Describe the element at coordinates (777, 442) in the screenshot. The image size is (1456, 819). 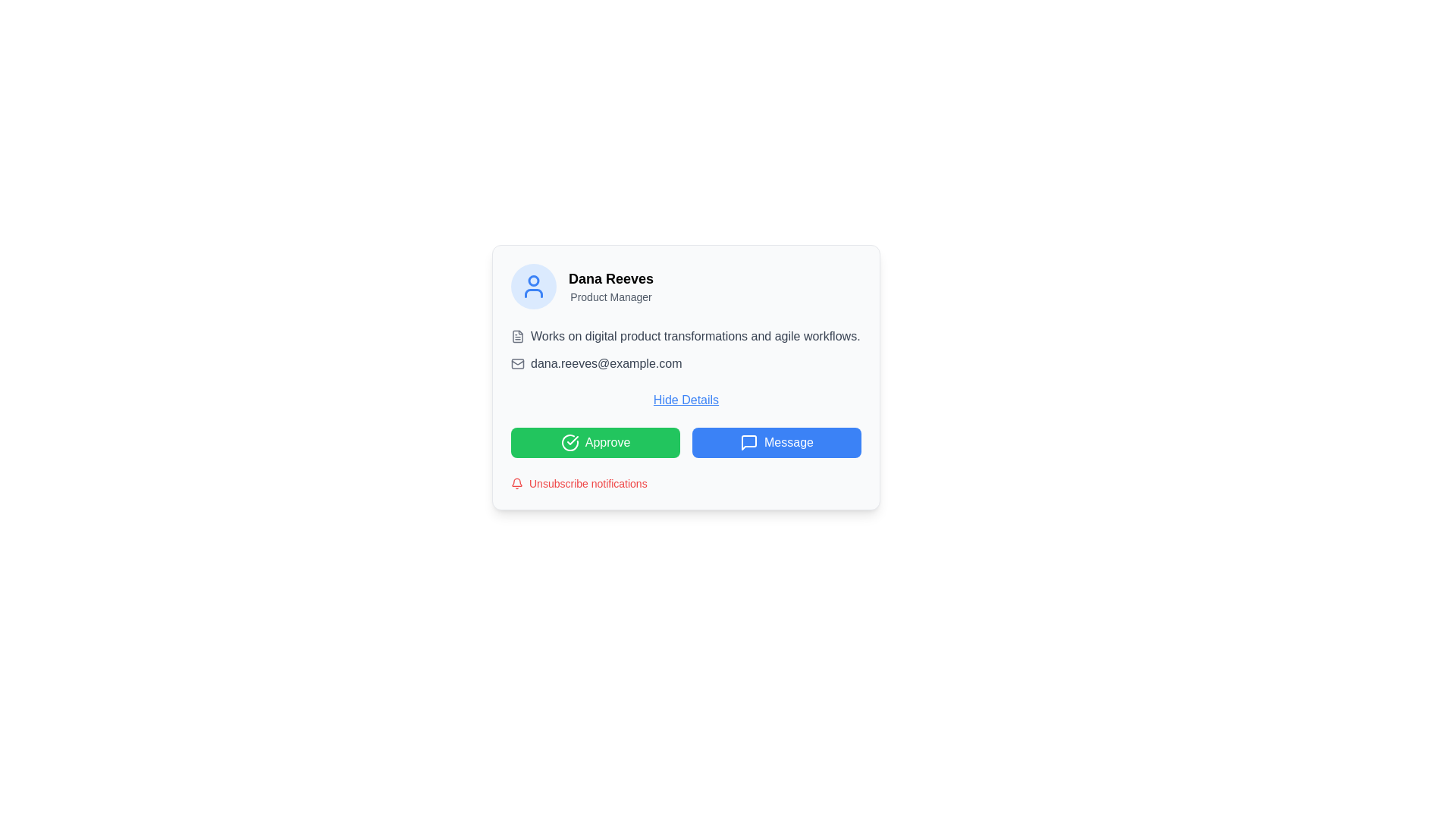
I see `the messaging button located on the right side of the grid layout, which is the second button following the 'Approve' button` at that location.